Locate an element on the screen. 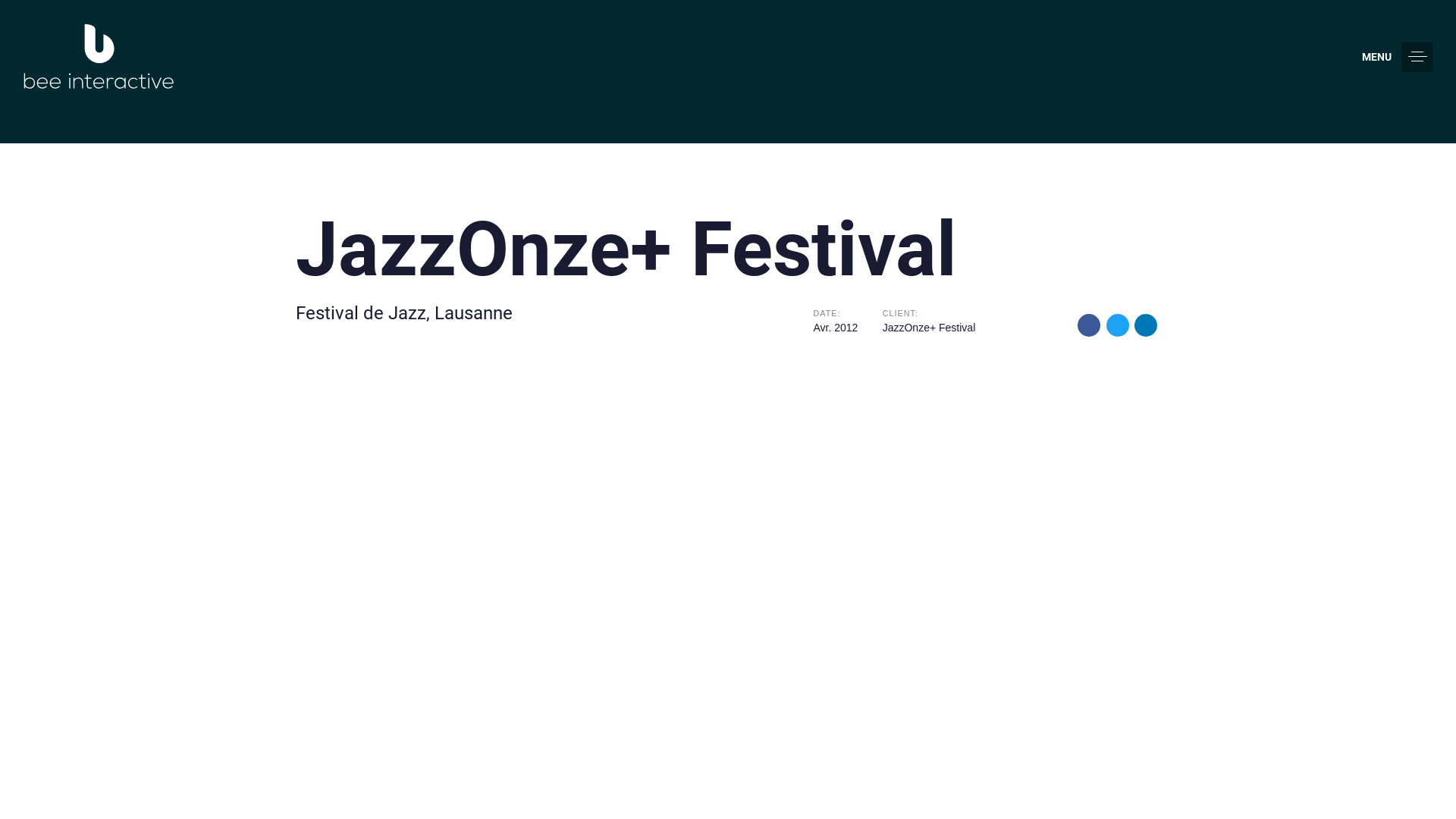 This screenshot has height=819, width=1456. 'MENU' is located at coordinates (1361, 55).